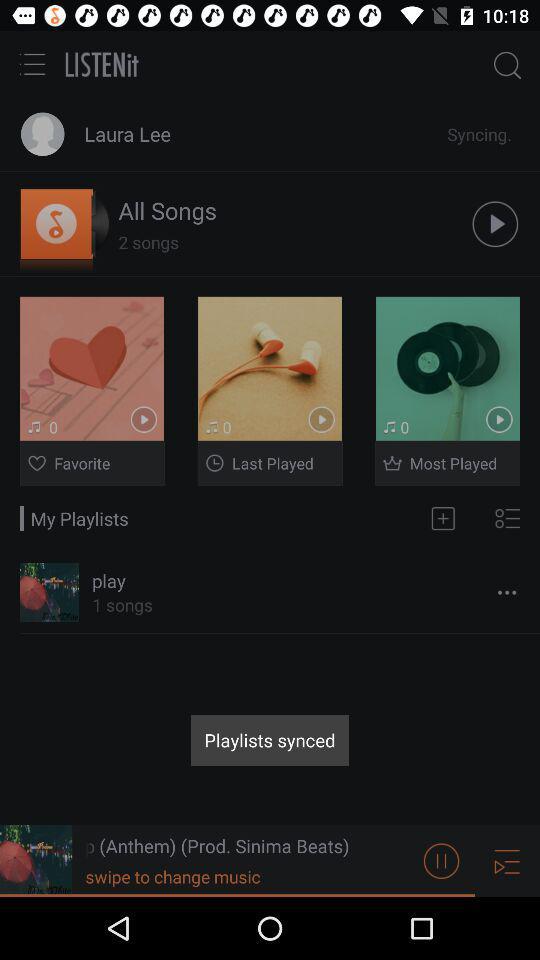  What do you see at coordinates (441, 921) in the screenshot?
I see `the pause icon` at bounding box center [441, 921].